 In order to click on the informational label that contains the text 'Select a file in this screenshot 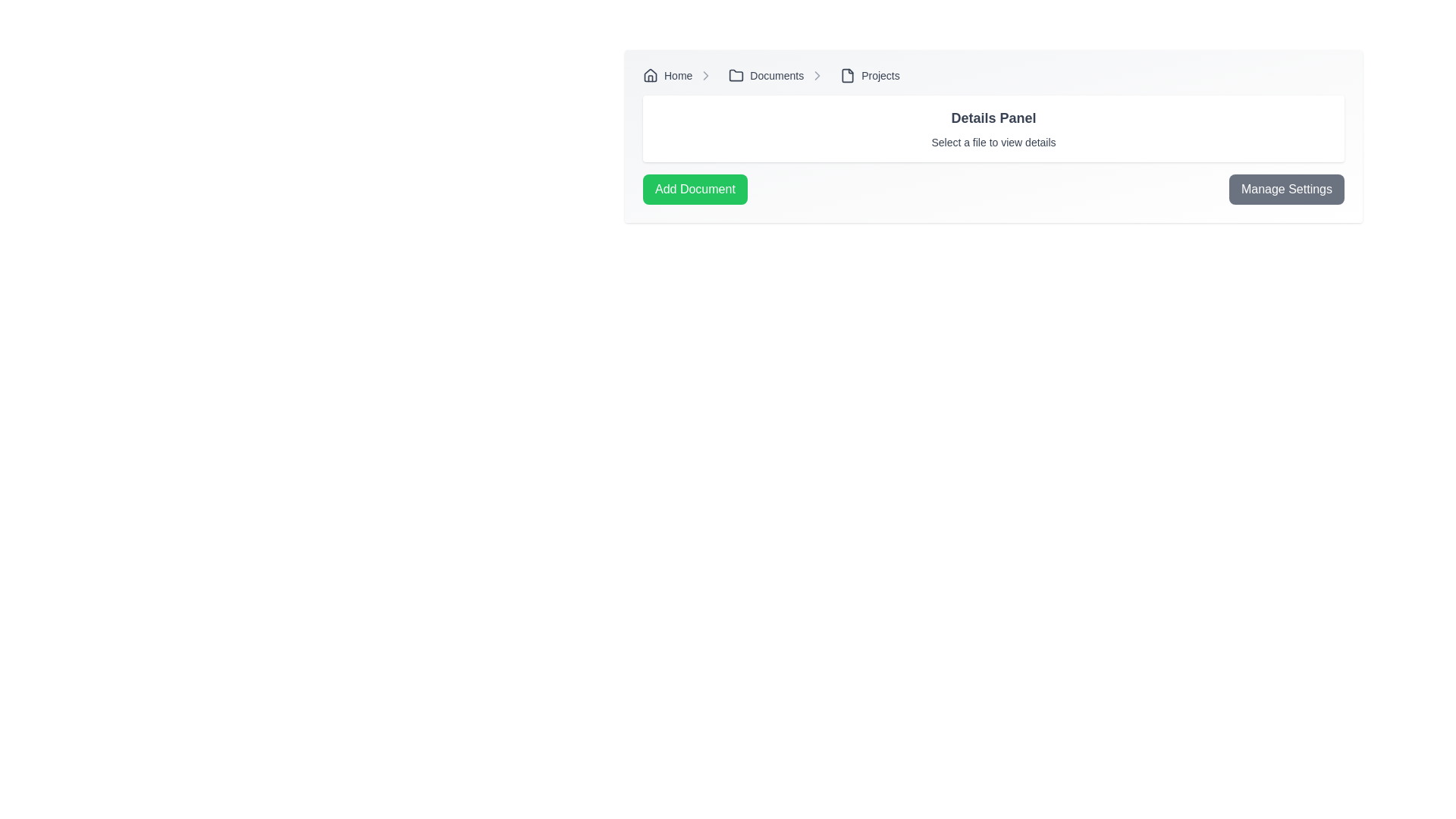, I will do `click(993, 143)`.